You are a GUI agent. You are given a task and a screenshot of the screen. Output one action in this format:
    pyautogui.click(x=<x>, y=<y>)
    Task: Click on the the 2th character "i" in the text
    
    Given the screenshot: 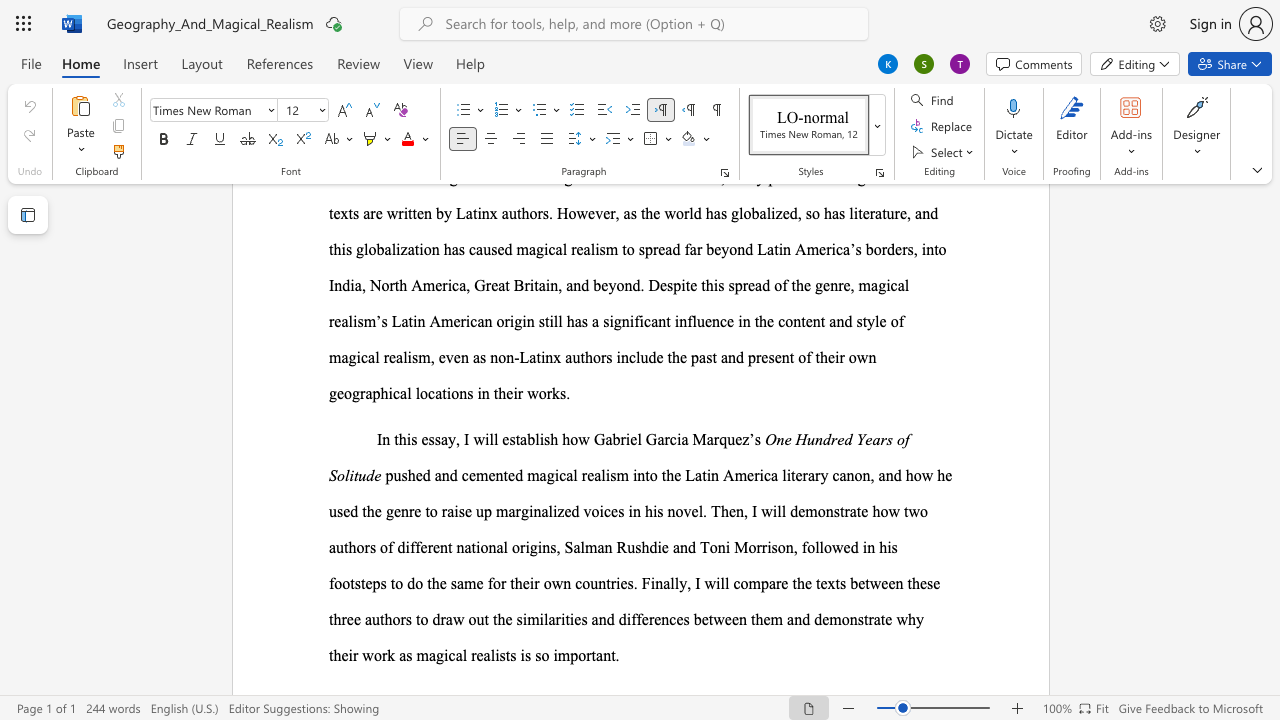 What is the action you would take?
    pyautogui.click(x=487, y=438)
    